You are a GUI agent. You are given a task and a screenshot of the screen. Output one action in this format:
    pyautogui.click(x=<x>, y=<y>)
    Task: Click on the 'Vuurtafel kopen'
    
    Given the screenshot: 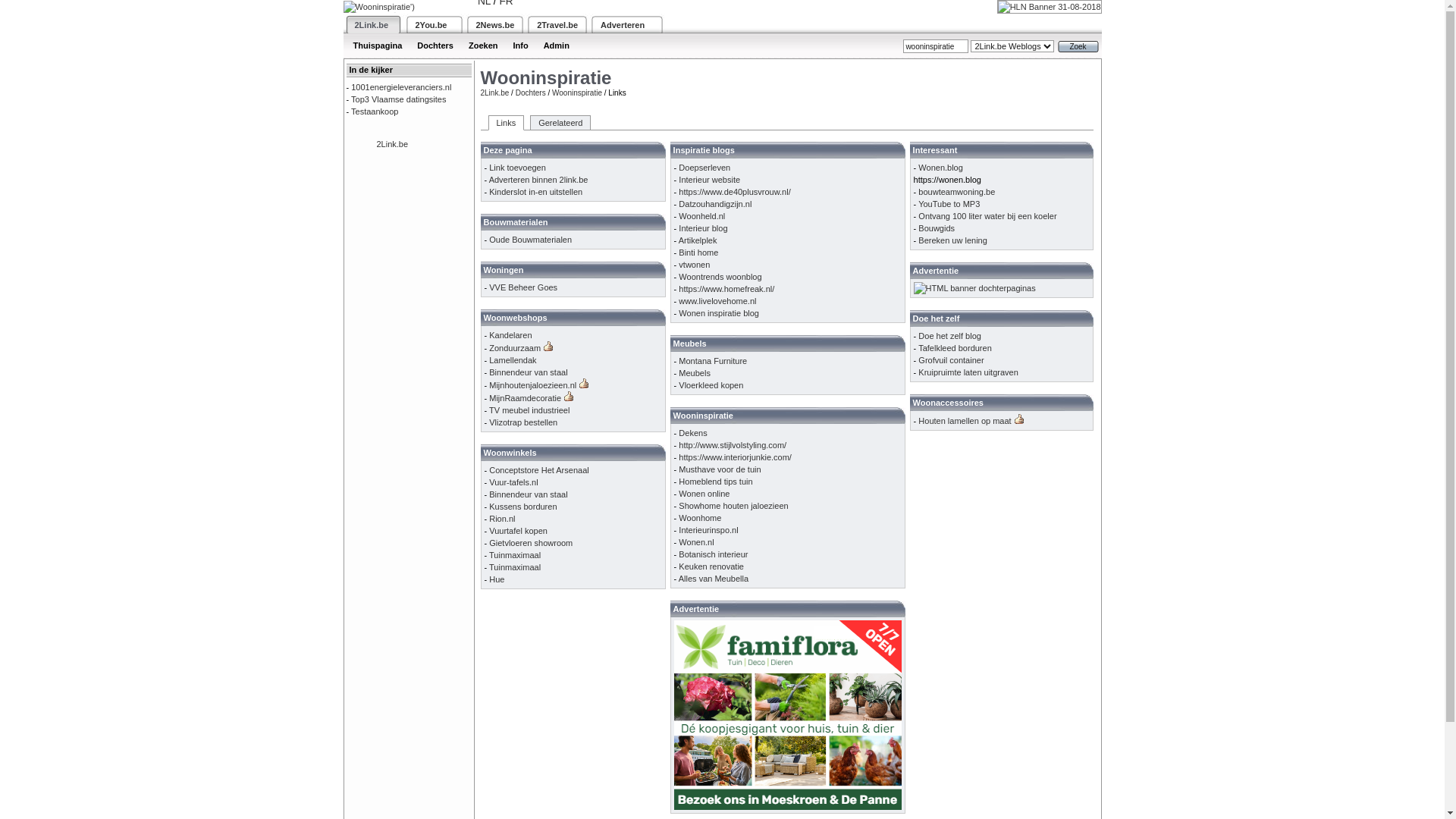 What is the action you would take?
    pyautogui.click(x=518, y=529)
    